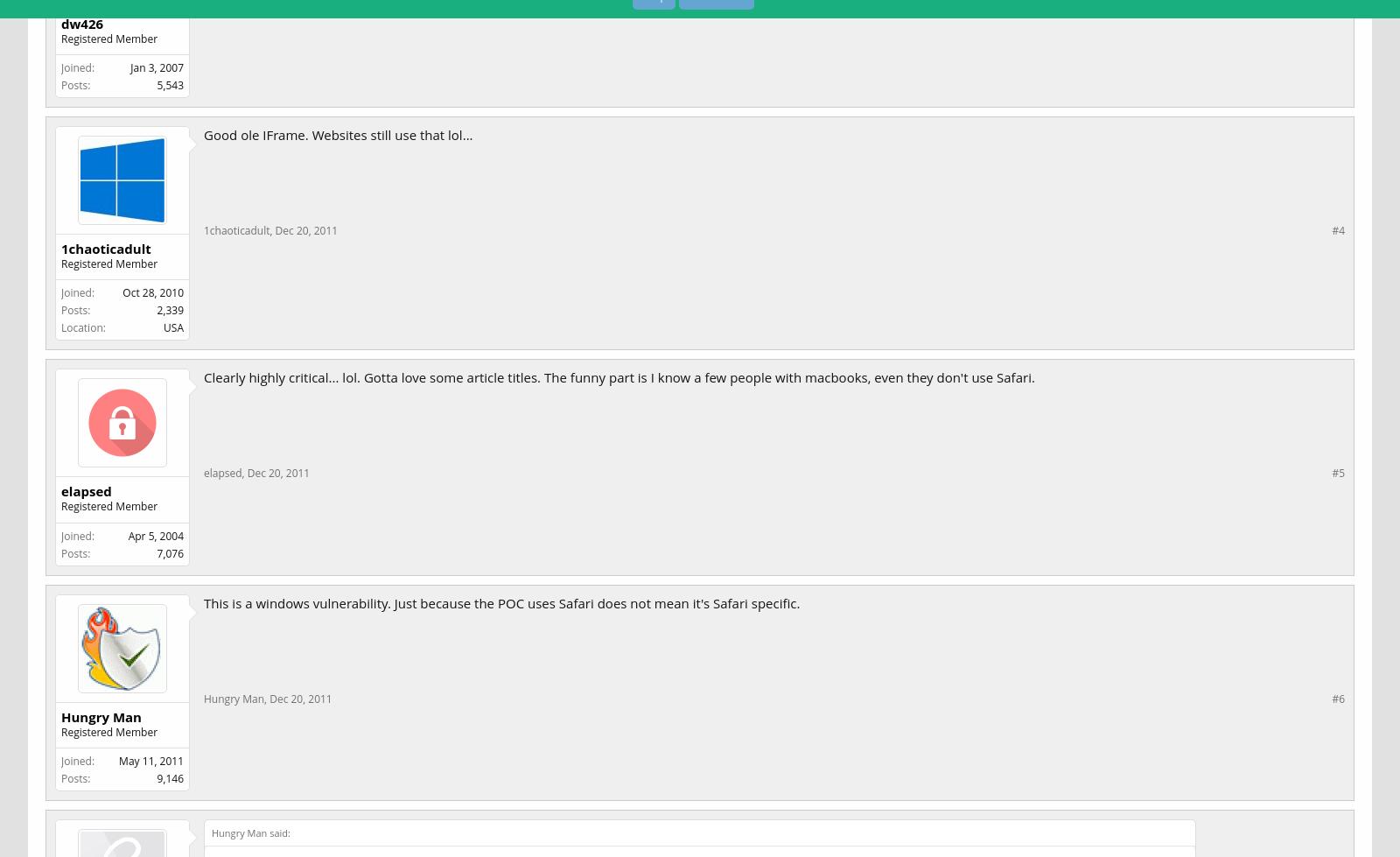 The height and width of the screenshot is (857, 1400). What do you see at coordinates (156, 776) in the screenshot?
I see `'9,146'` at bounding box center [156, 776].